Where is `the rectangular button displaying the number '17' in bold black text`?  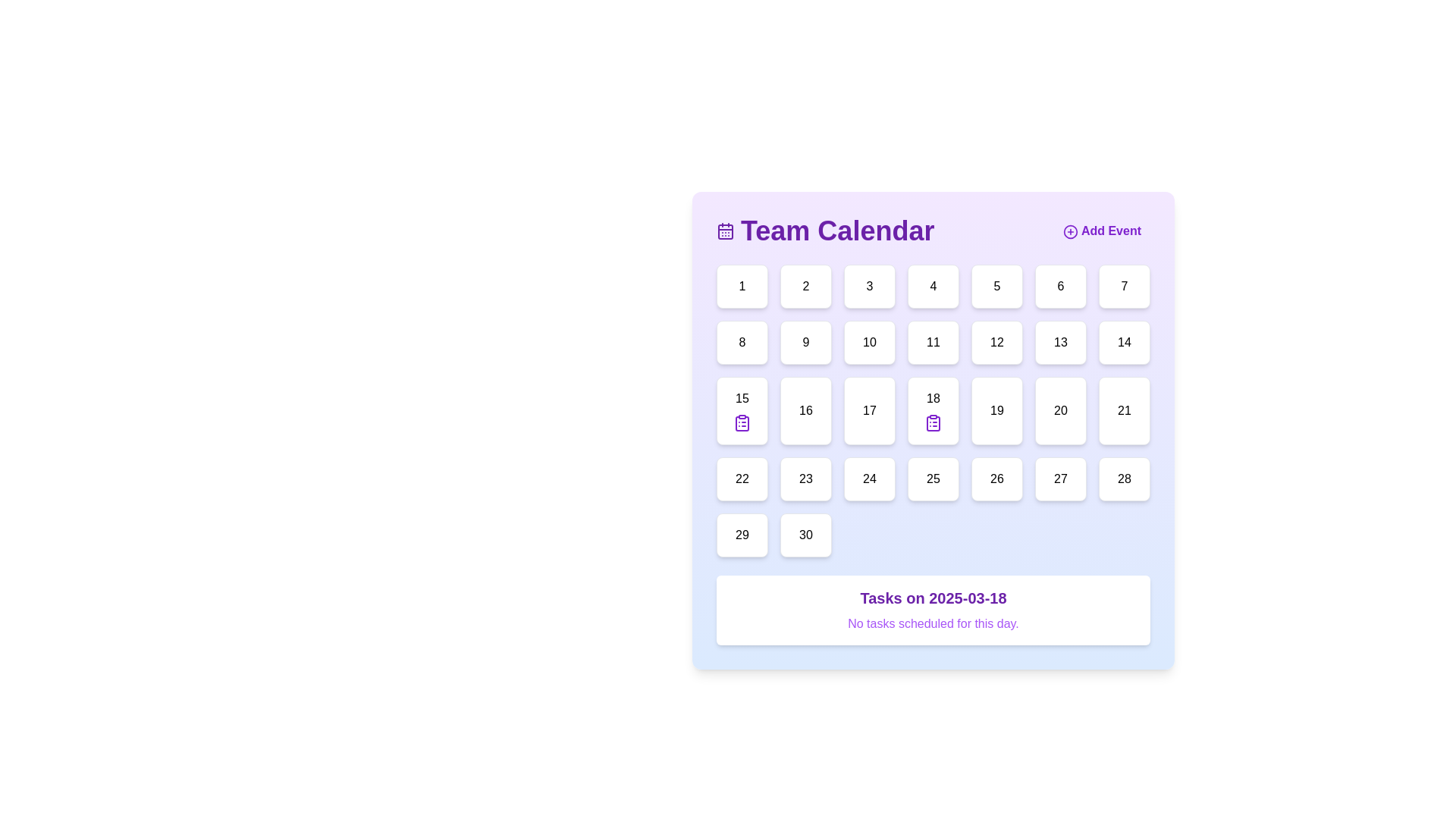
the rectangular button displaying the number '17' in bold black text is located at coordinates (870, 411).